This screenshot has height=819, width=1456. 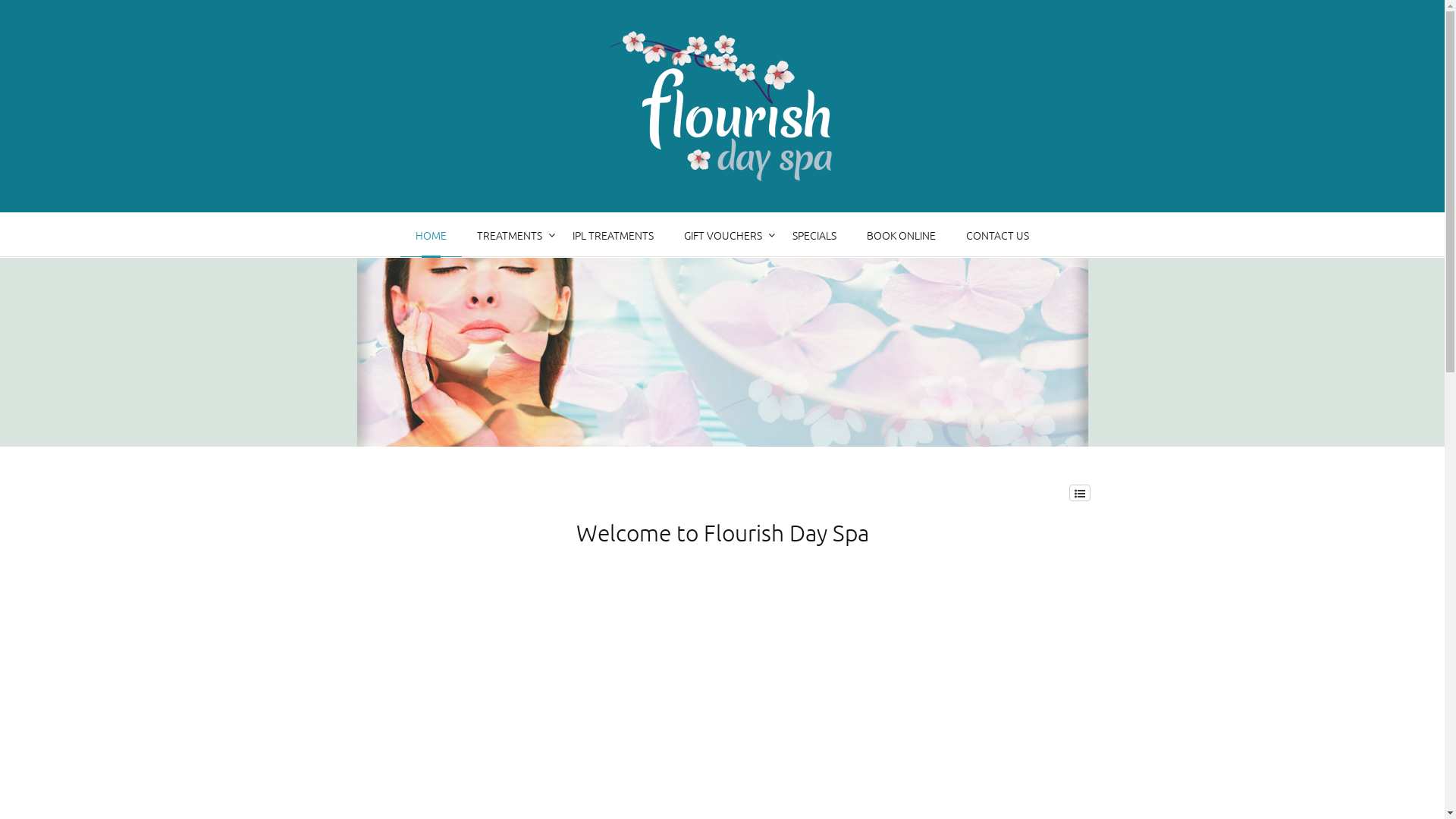 I want to click on 'IPL TREATMENTS', so click(x=613, y=234).